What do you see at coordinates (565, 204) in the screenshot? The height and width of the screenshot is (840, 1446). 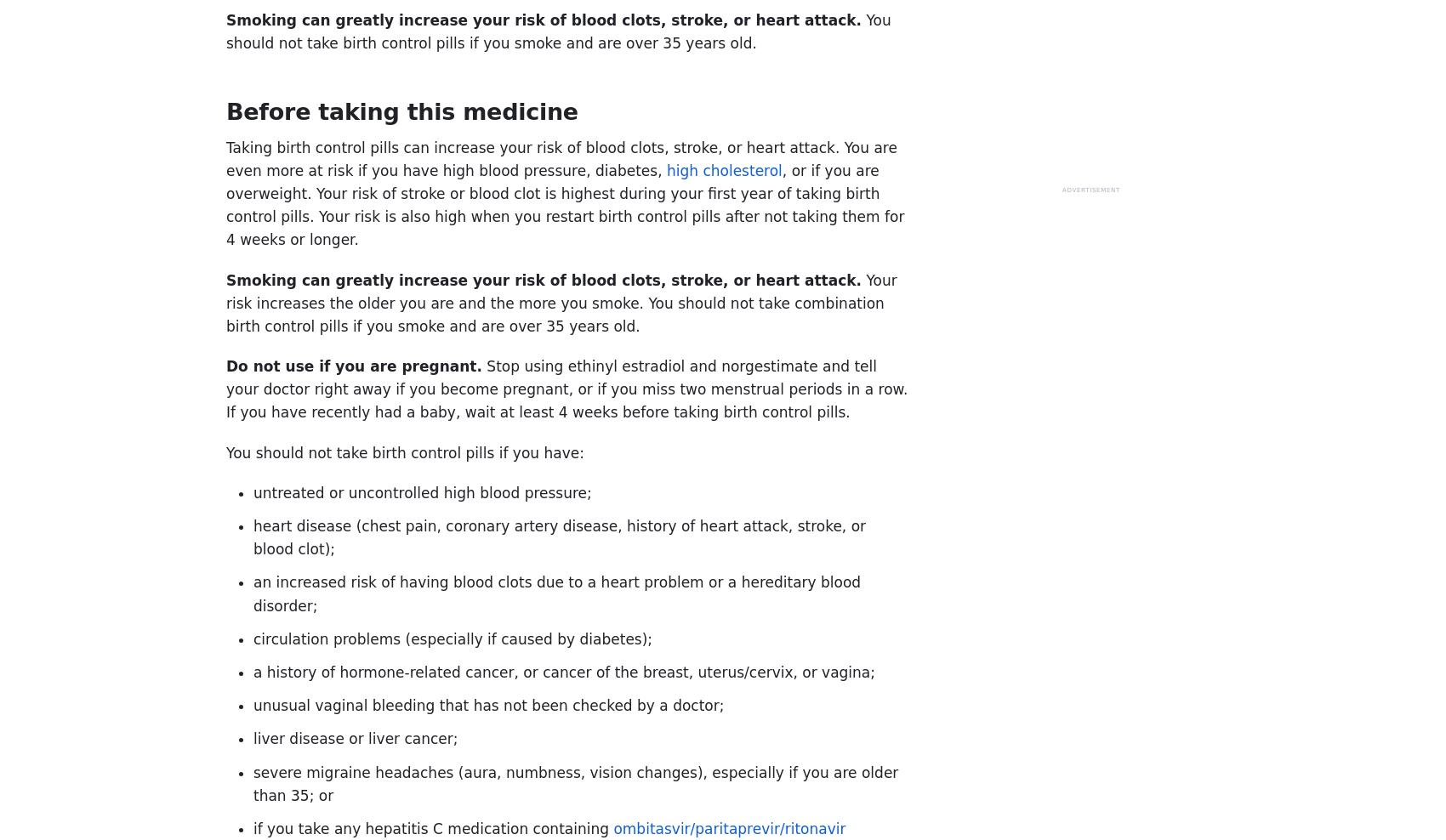 I see `', or if you are overweight. Your risk of stroke or blood clot is highest during your first year of taking birth control pills. Your risk is also high when you restart birth control pills after not taking them for 4 weeks or longer.'` at bounding box center [565, 204].